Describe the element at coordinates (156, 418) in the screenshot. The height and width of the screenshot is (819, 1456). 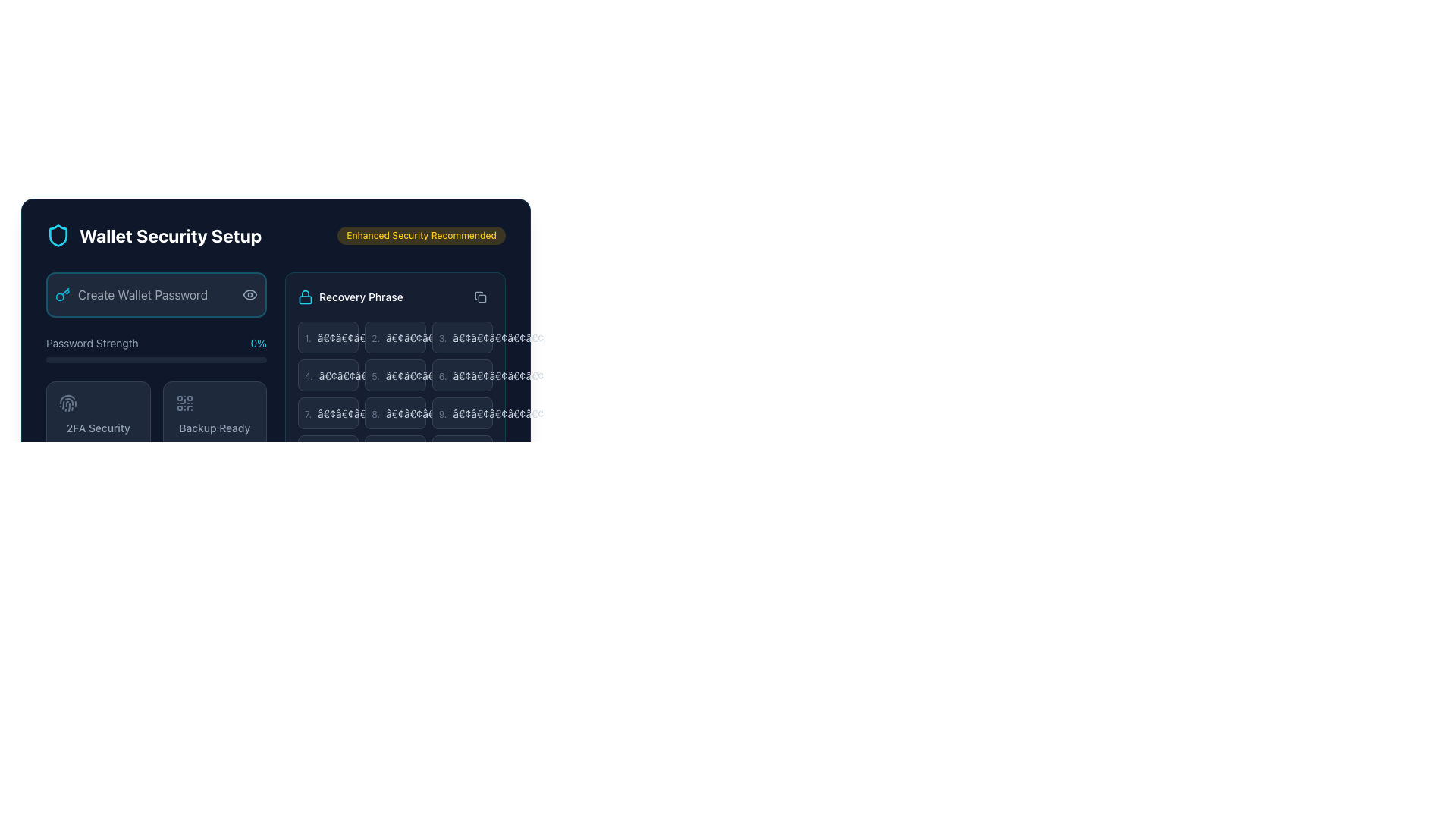
I see `the left card of the Interactive dual-choice UI cards` at that location.